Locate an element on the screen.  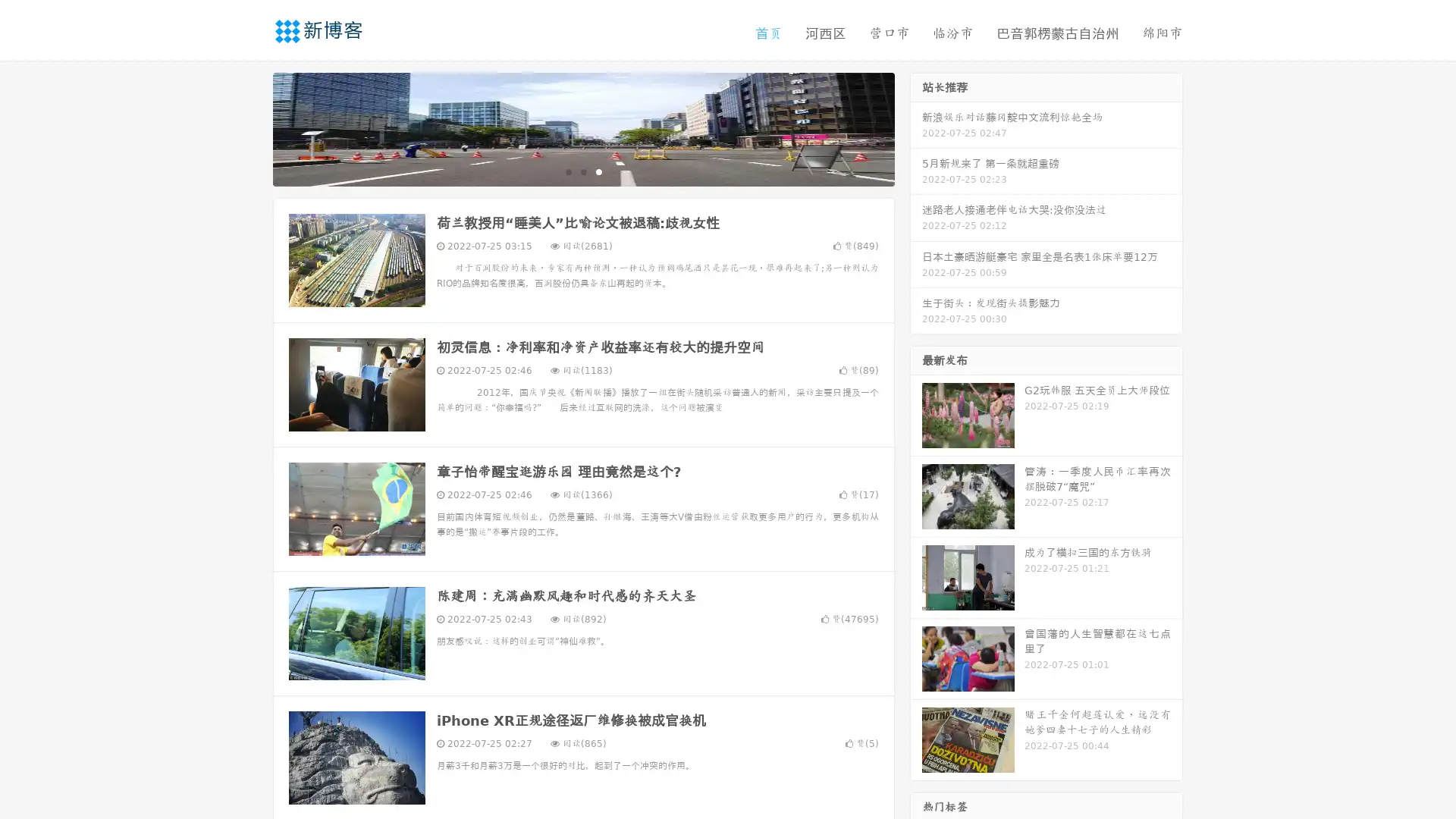
Go to slide 3 is located at coordinates (598, 171).